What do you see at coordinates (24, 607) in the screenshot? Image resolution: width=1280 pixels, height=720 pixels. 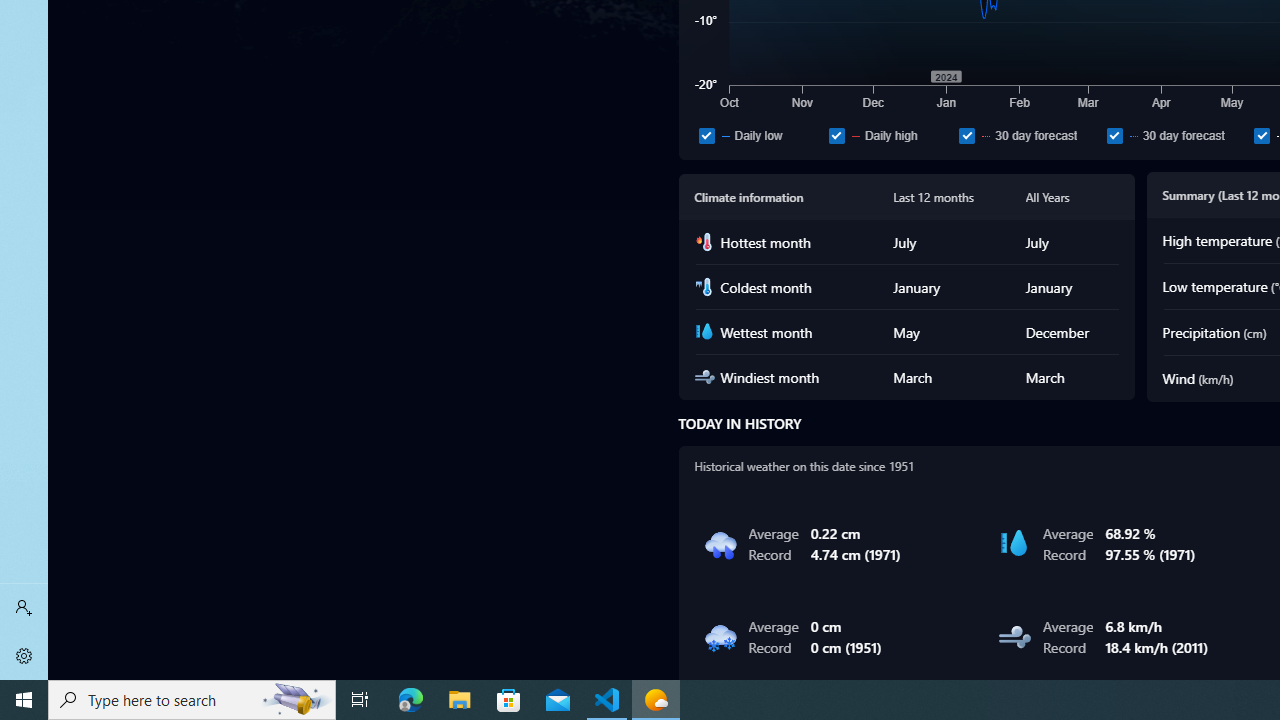 I see `'Sign in'` at bounding box center [24, 607].